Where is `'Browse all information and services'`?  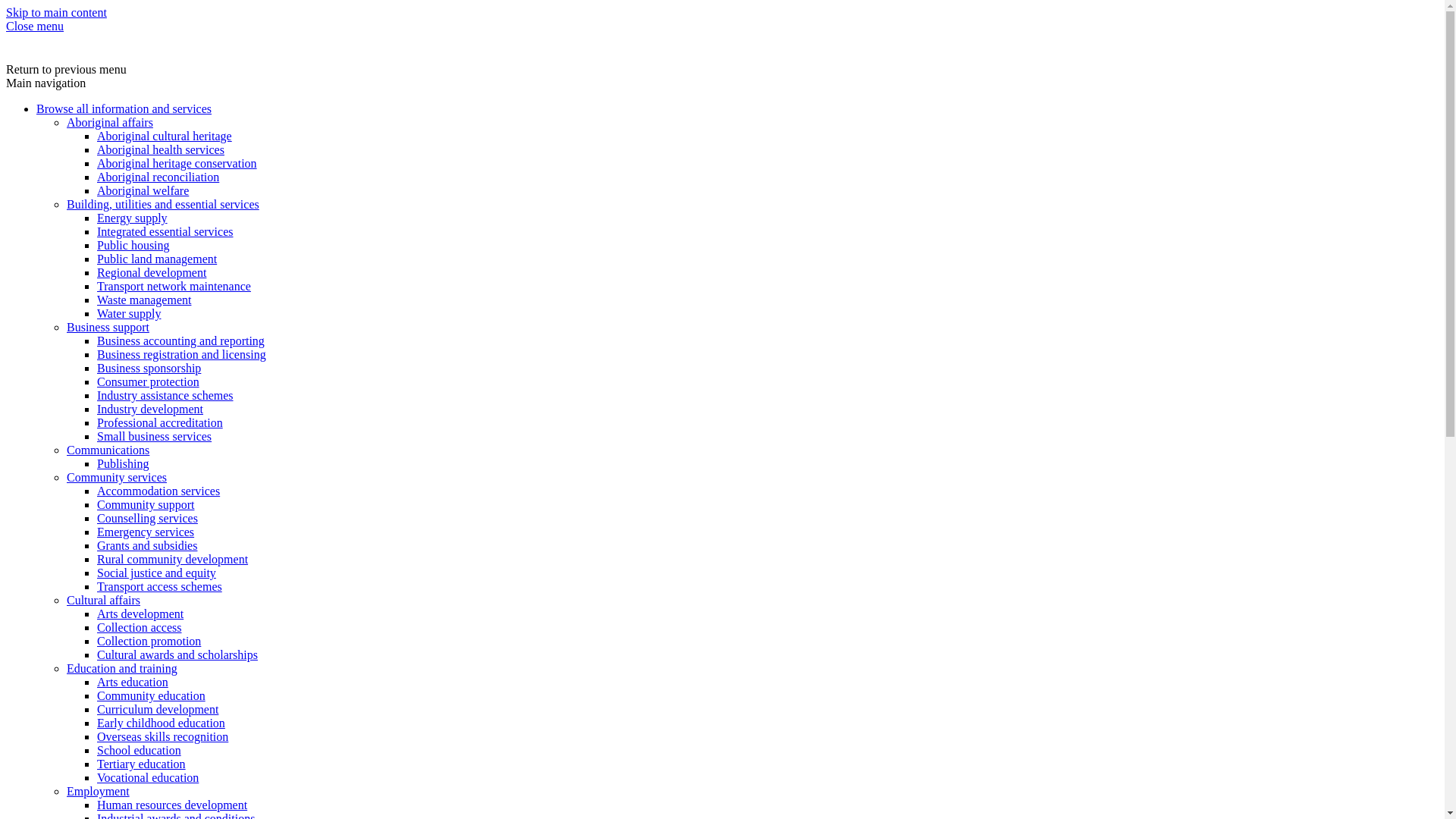 'Browse all information and services' is located at coordinates (36, 108).